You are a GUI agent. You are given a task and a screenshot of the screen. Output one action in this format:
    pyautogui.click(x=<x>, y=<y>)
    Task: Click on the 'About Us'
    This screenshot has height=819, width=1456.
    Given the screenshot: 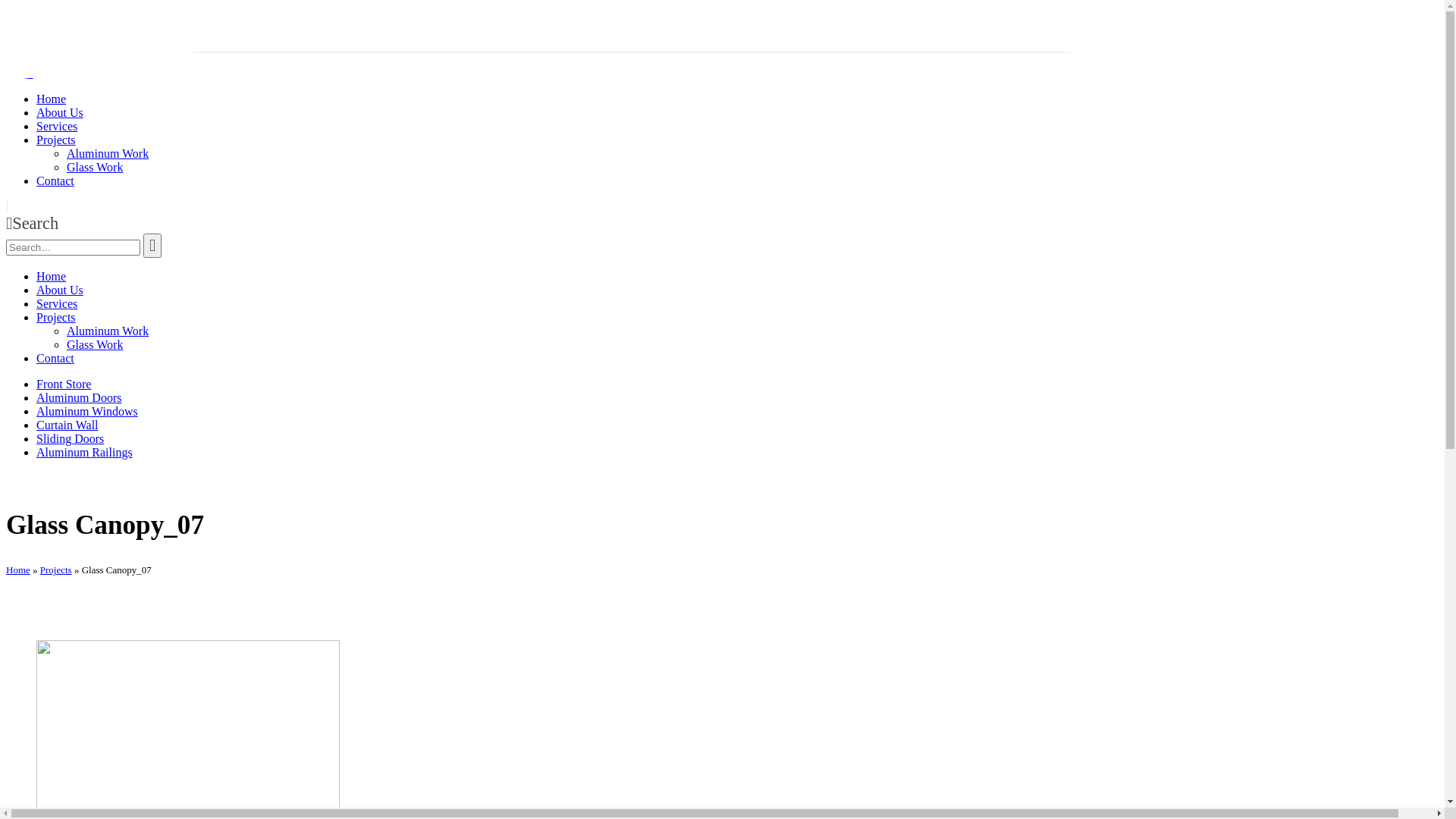 What is the action you would take?
    pyautogui.click(x=59, y=111)
    